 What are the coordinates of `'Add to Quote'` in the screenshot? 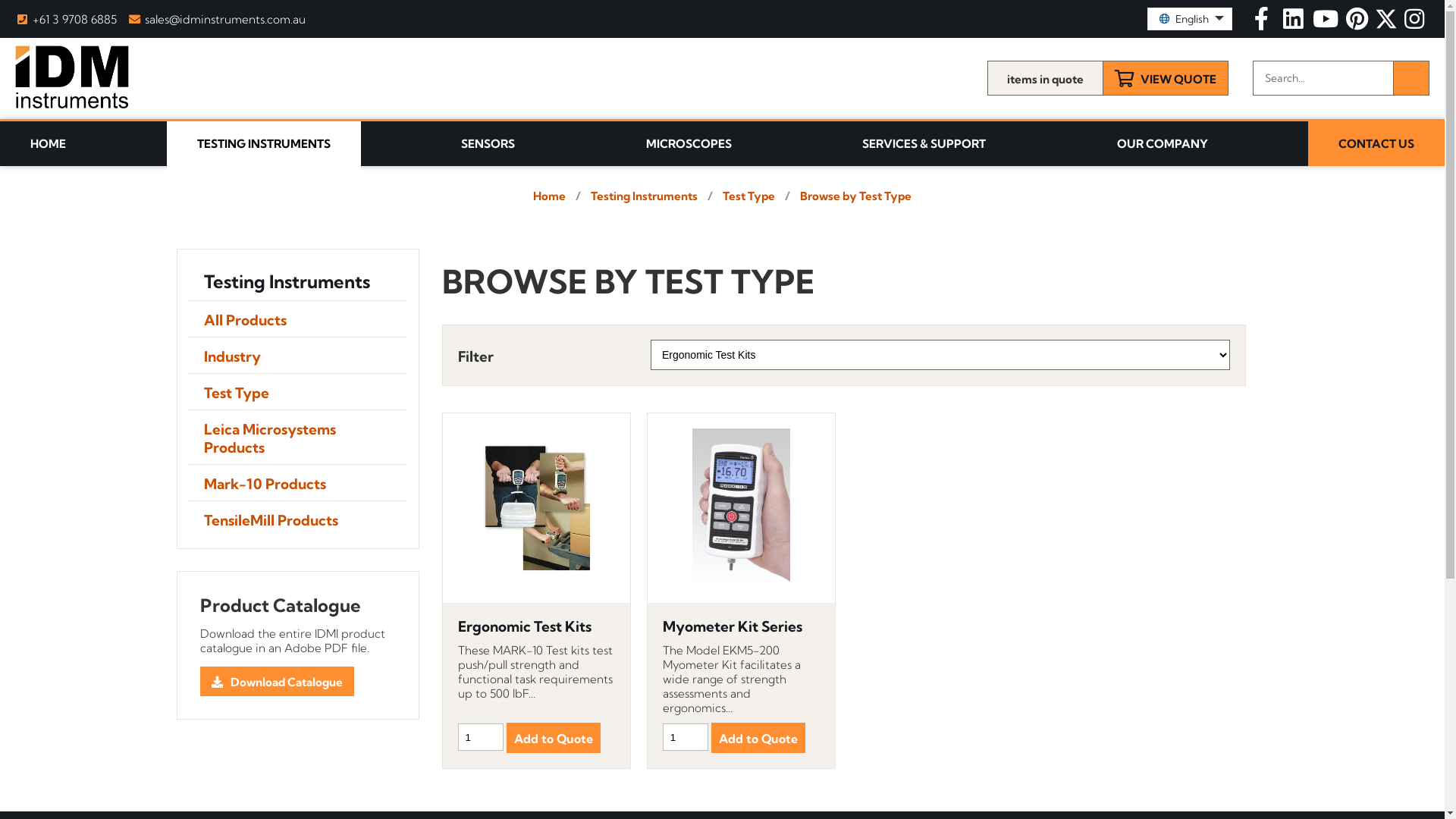 It's located at (506, 736).